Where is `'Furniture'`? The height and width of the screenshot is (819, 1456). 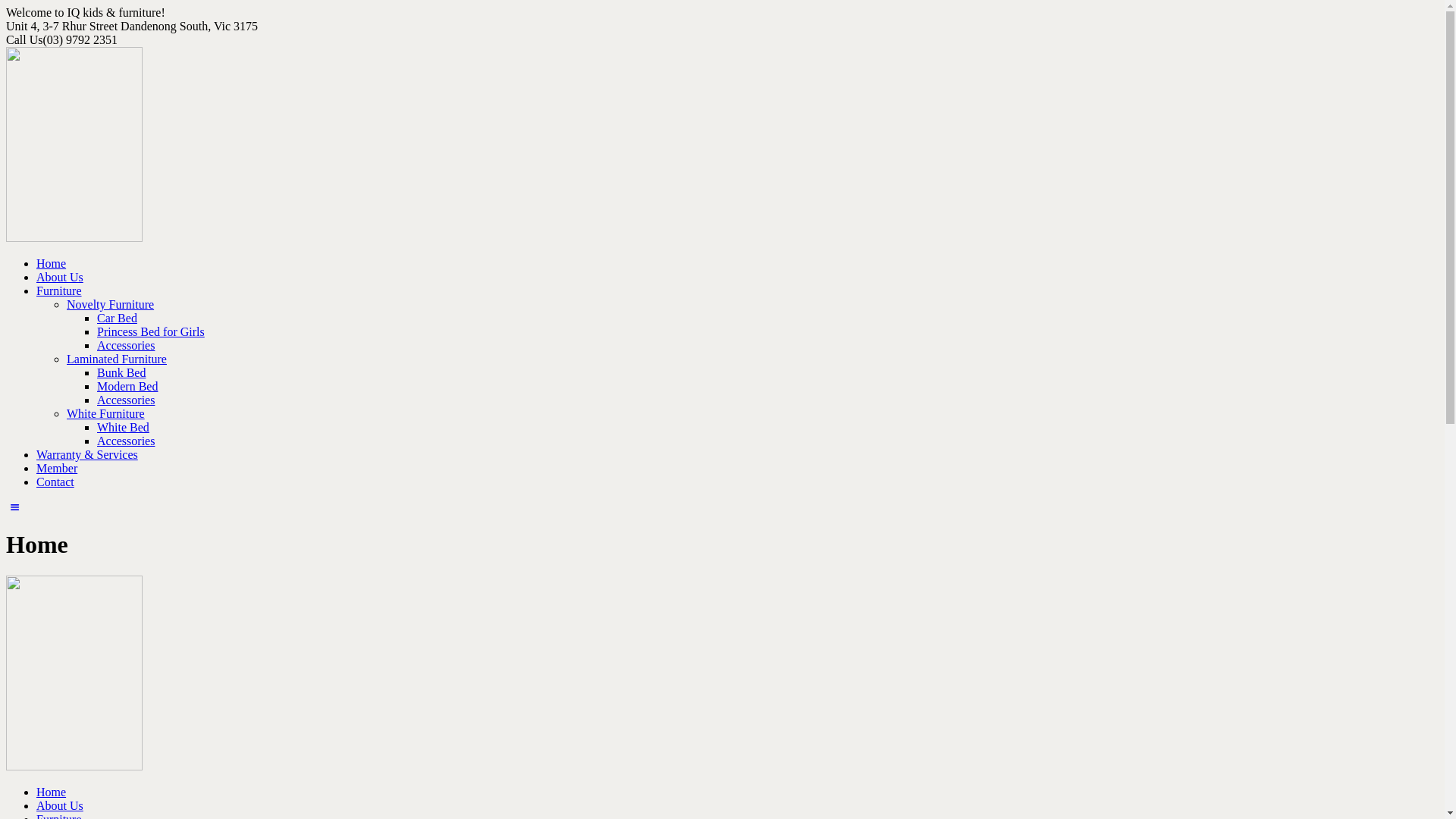 'Furniture' is located at coordinates (58, 290).